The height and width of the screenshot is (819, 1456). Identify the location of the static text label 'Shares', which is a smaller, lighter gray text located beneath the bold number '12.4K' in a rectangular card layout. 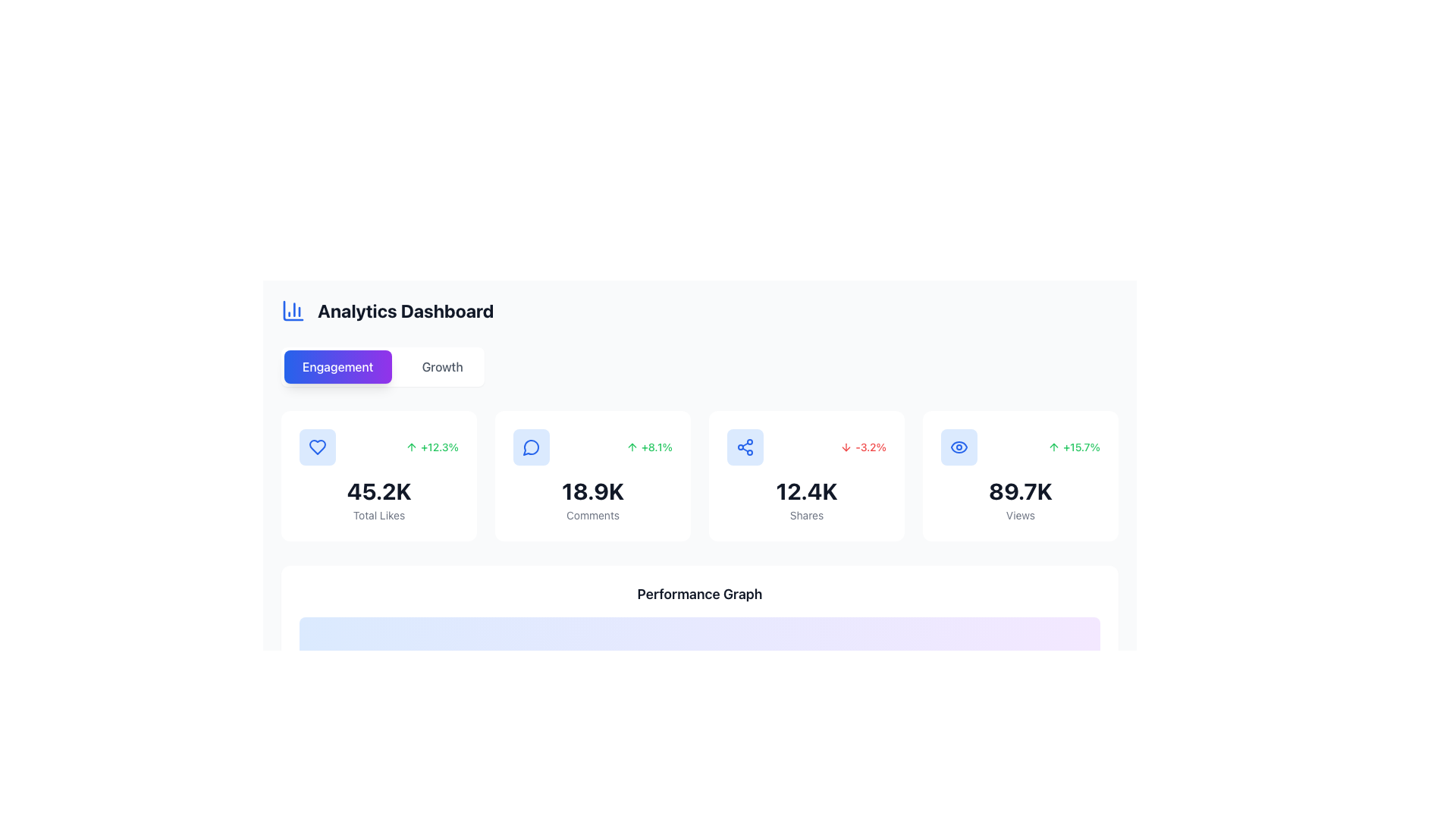
(806, 514).